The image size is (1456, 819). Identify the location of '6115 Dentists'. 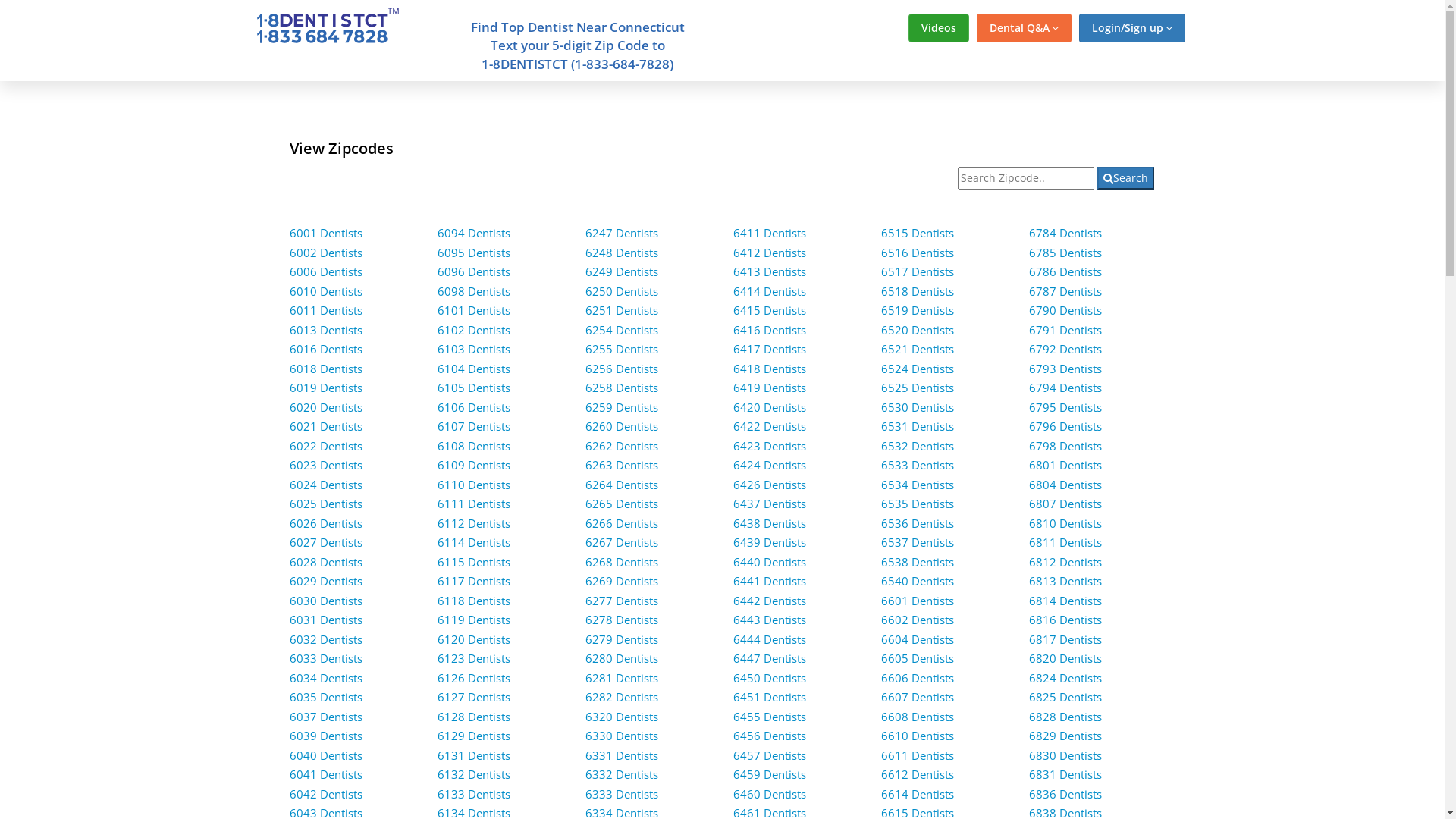
(436, 561).